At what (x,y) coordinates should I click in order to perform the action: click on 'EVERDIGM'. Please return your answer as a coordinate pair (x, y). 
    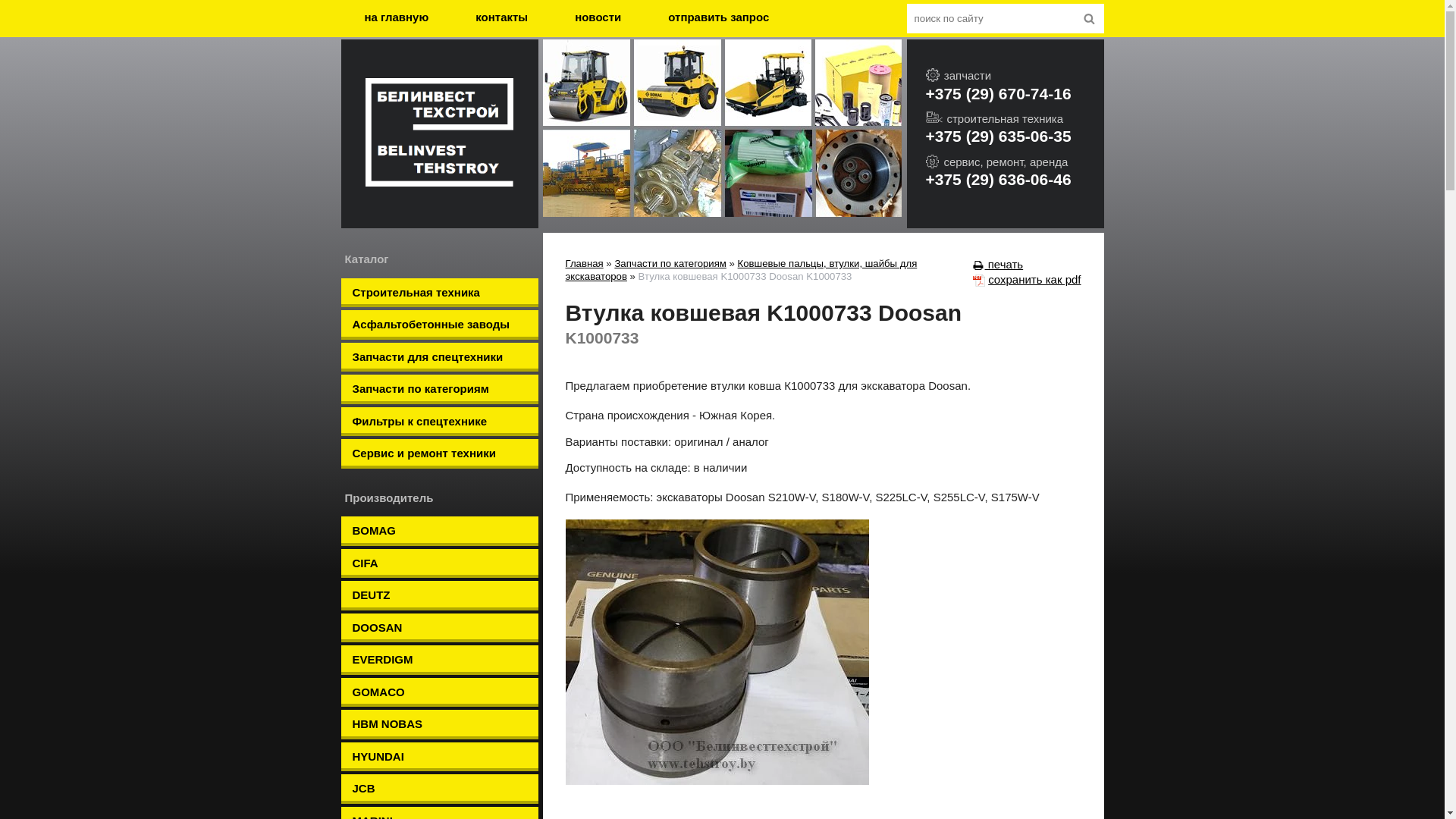
    Looking at the image, I should click on (439, 659).